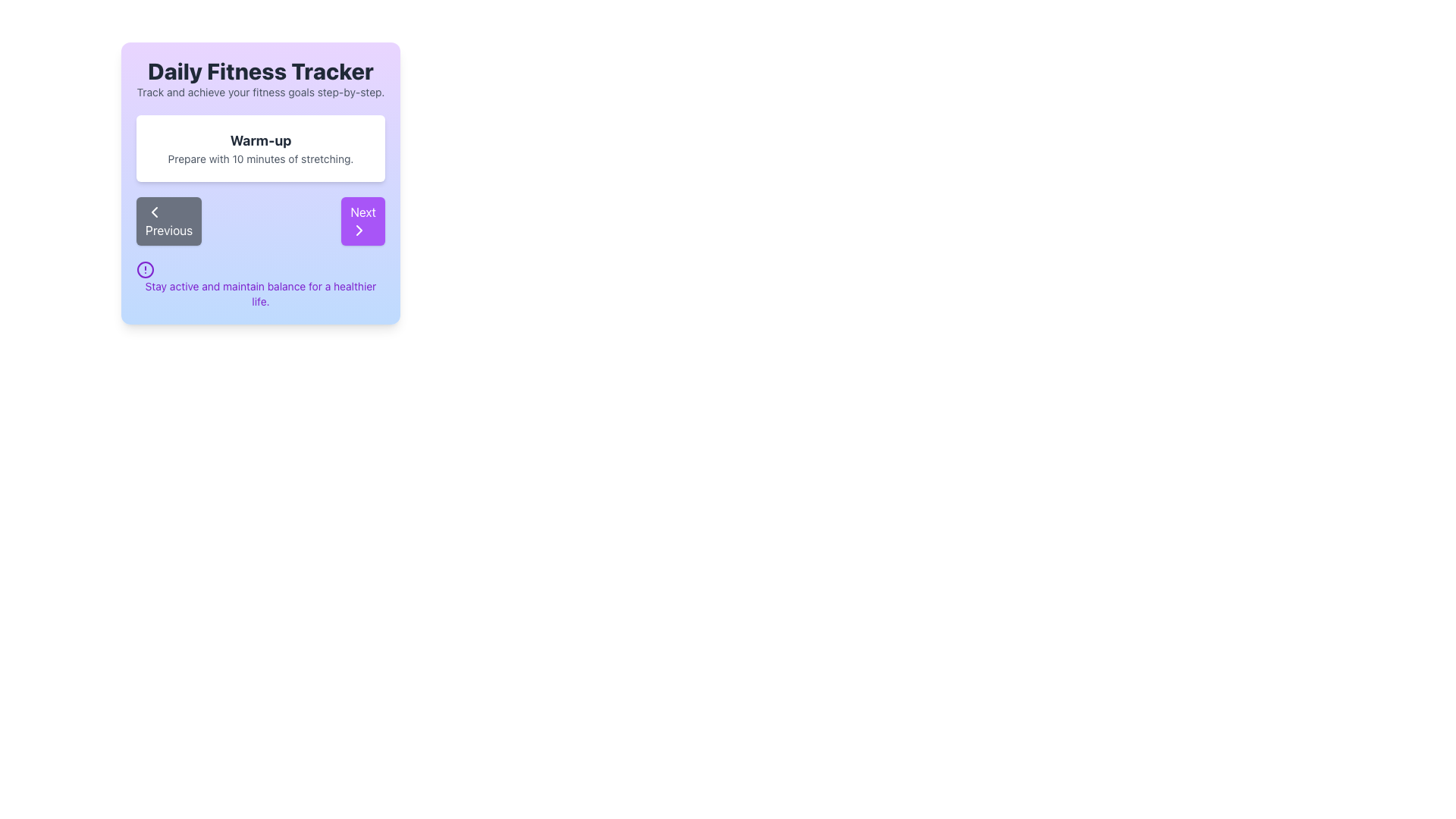 This screenshot has height=819, width=1456. I want to click on the descriptive tagline element located below the title 'Daily Fitness Tracker', so click(261, 93).